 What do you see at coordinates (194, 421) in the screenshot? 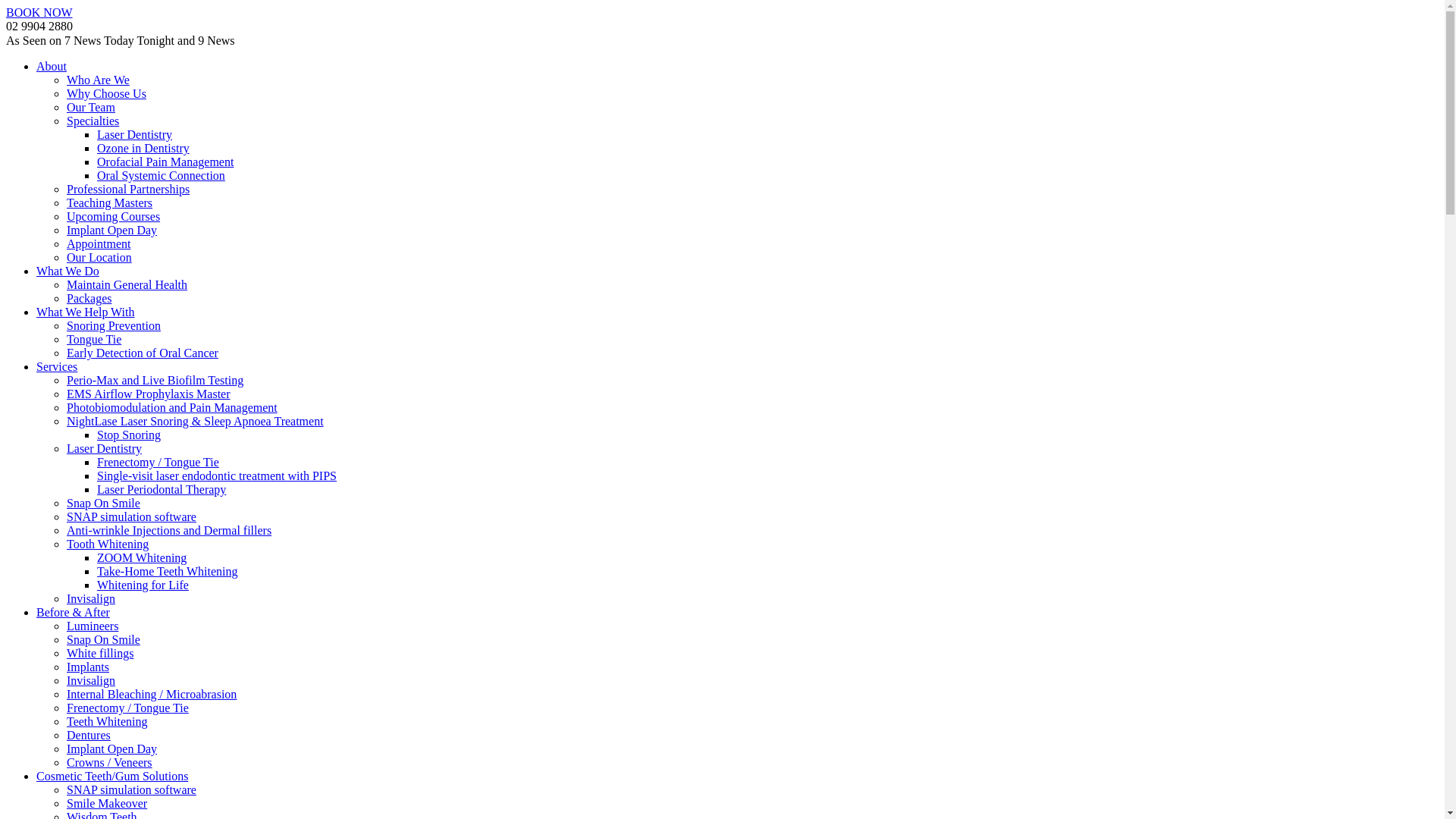
I see `'NightLase Laser Snoring & Sleep Apnoea Treatment'` at bounding box center [194, 421].